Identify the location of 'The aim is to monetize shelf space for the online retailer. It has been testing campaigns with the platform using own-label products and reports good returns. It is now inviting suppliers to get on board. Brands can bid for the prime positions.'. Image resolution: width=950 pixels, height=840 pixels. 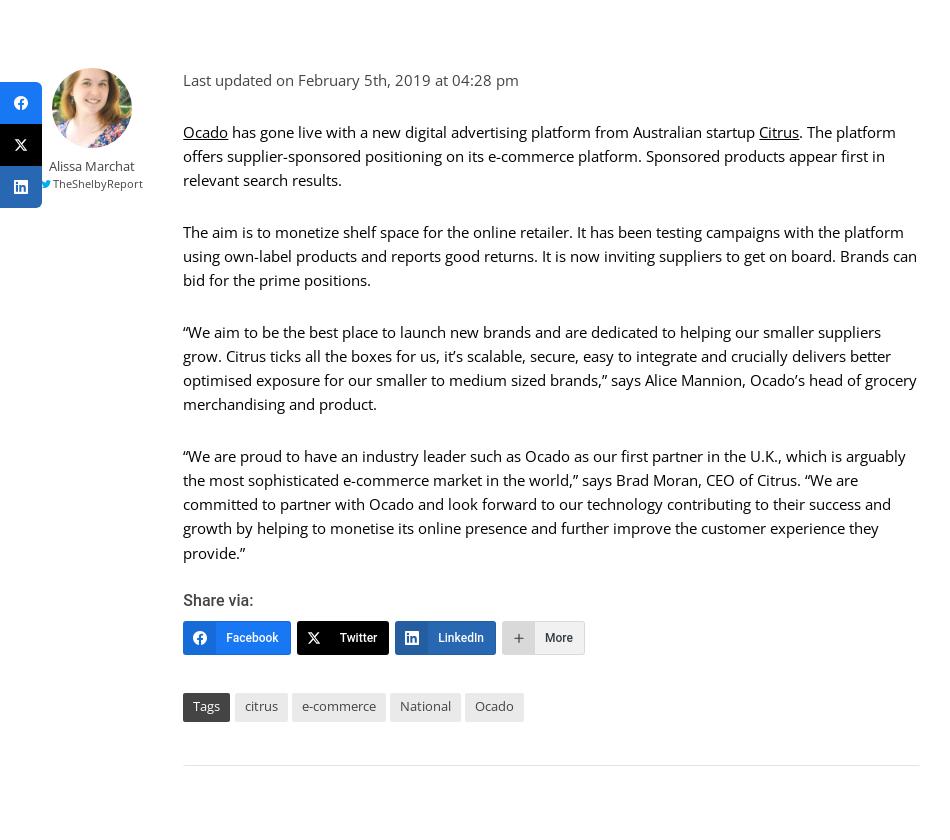
(549, 254).